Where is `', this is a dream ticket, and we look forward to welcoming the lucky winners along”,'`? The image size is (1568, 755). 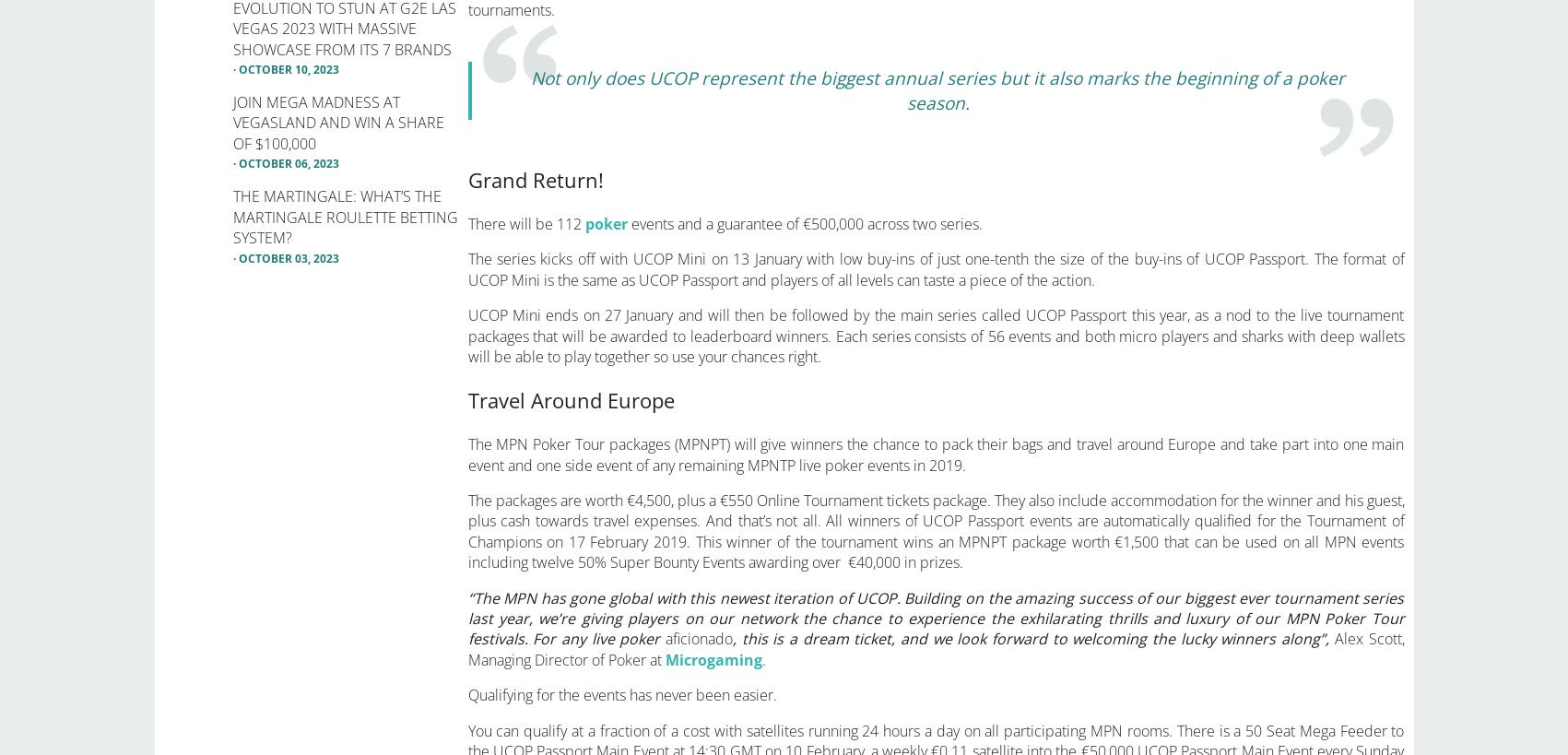 ', this is a dream ticket, and we look forward to welcoming the lucky winners along”,' is located at coordinates (1030, 639).